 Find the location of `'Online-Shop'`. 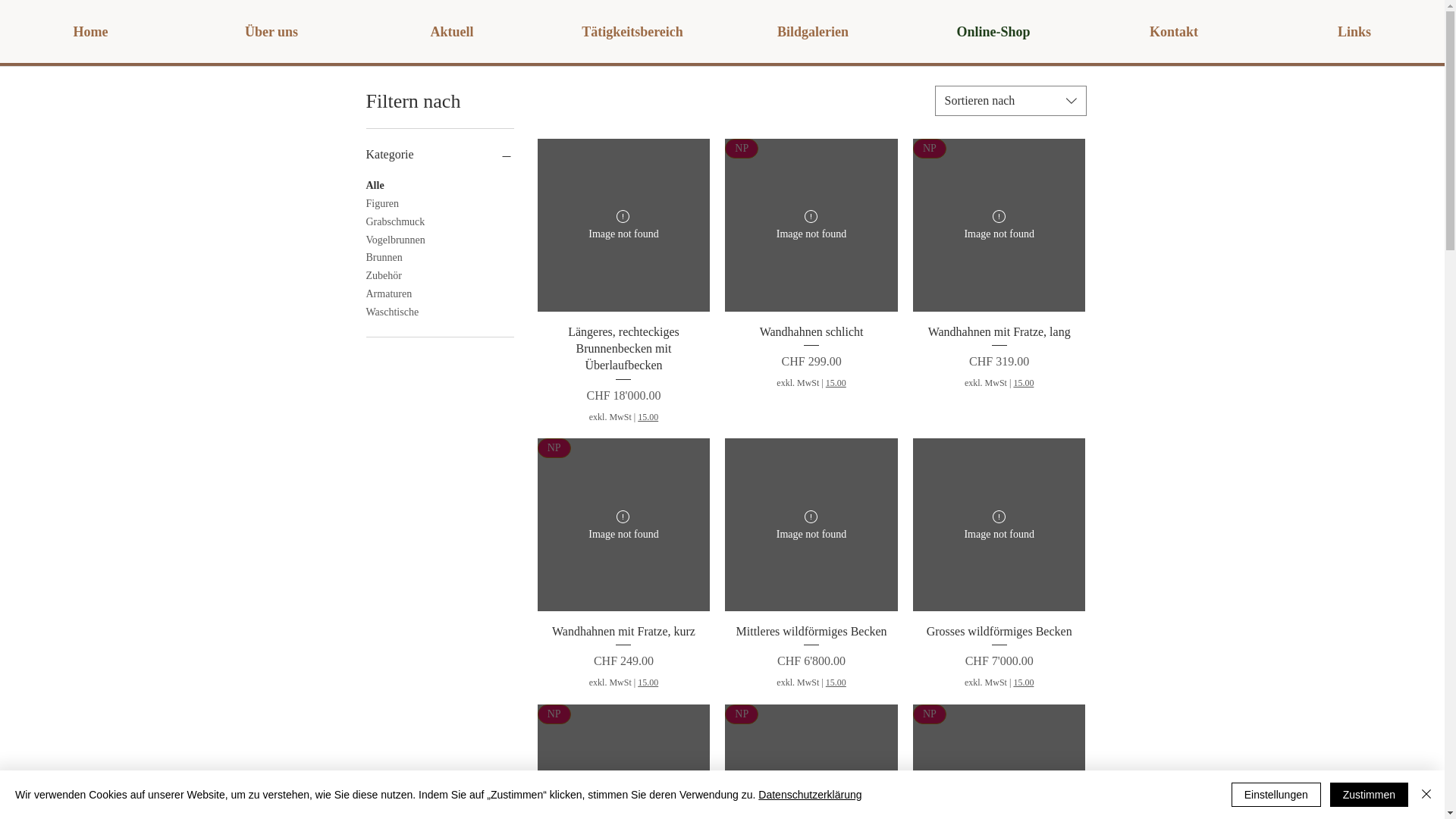

'Online-Shop' is located at coordinates (993, 32).